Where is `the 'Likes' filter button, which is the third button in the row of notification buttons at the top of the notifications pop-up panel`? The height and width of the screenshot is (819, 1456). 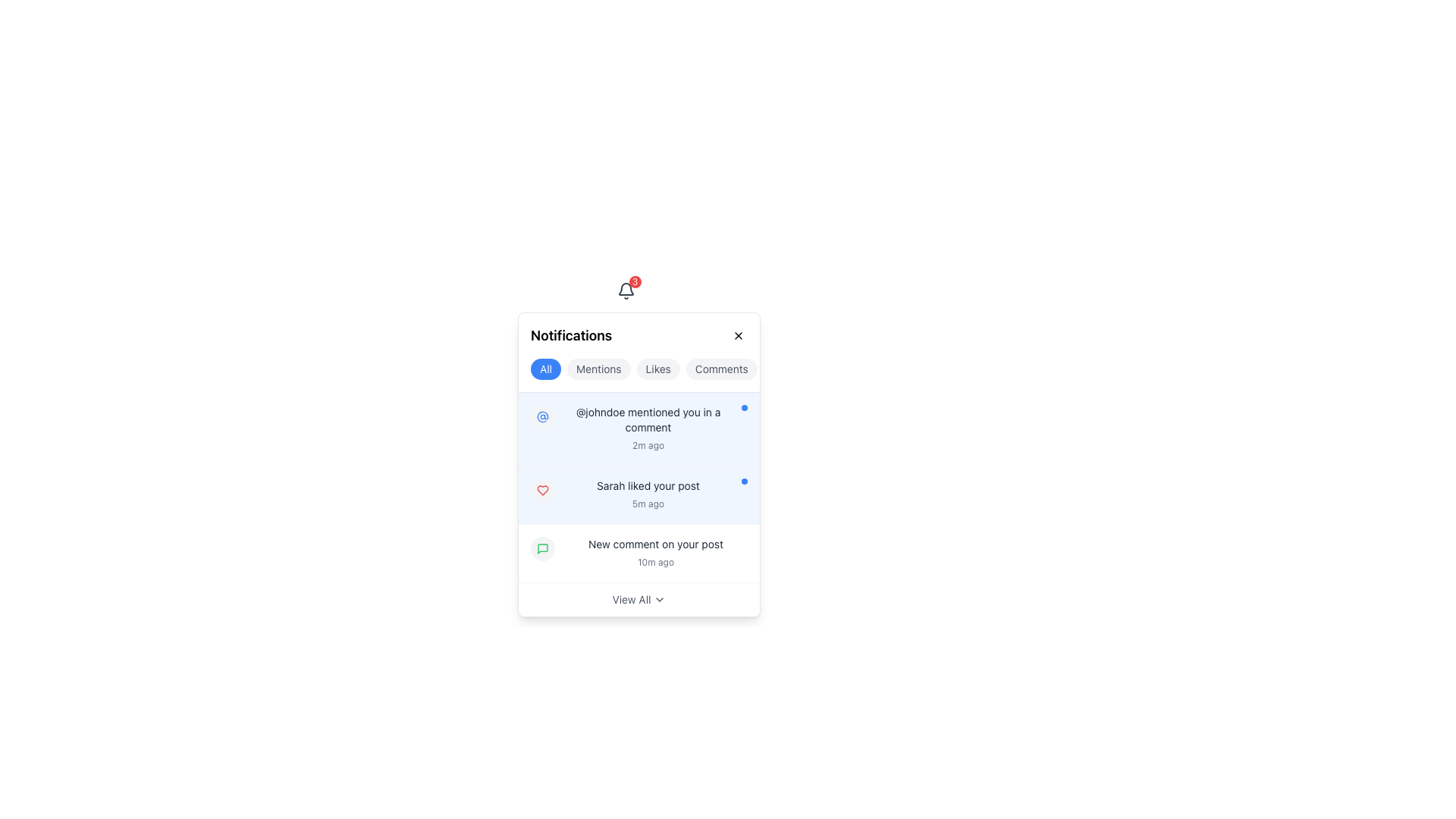 the 'Likes' filter button, which is the third button in the row of notification buttons at the top of the notifications pop-up panel is located at coordinates (658, 369).